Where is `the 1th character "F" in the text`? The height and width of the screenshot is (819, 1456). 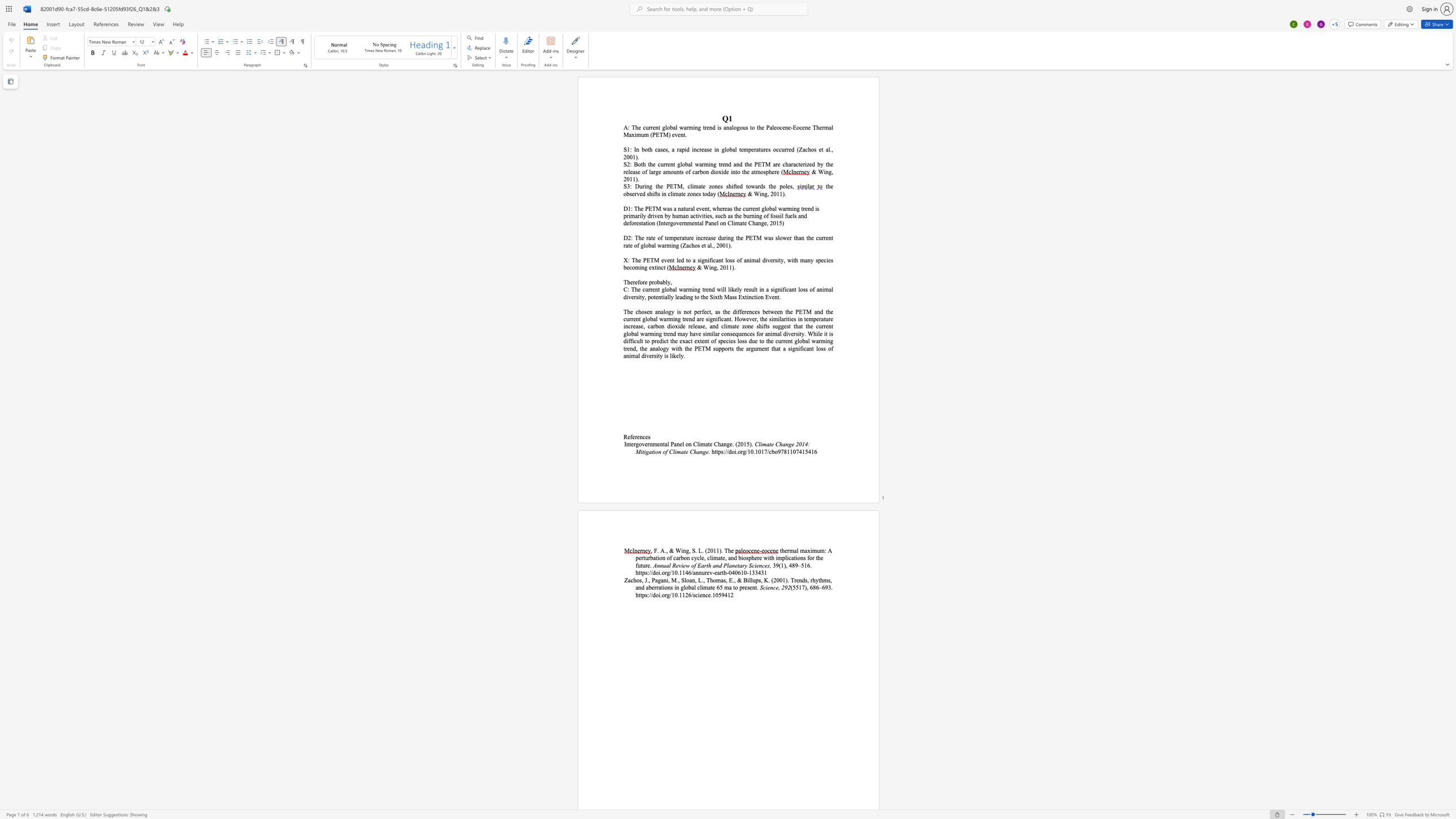 the 1th character "F" in the text is located at coordinates (655, 551).